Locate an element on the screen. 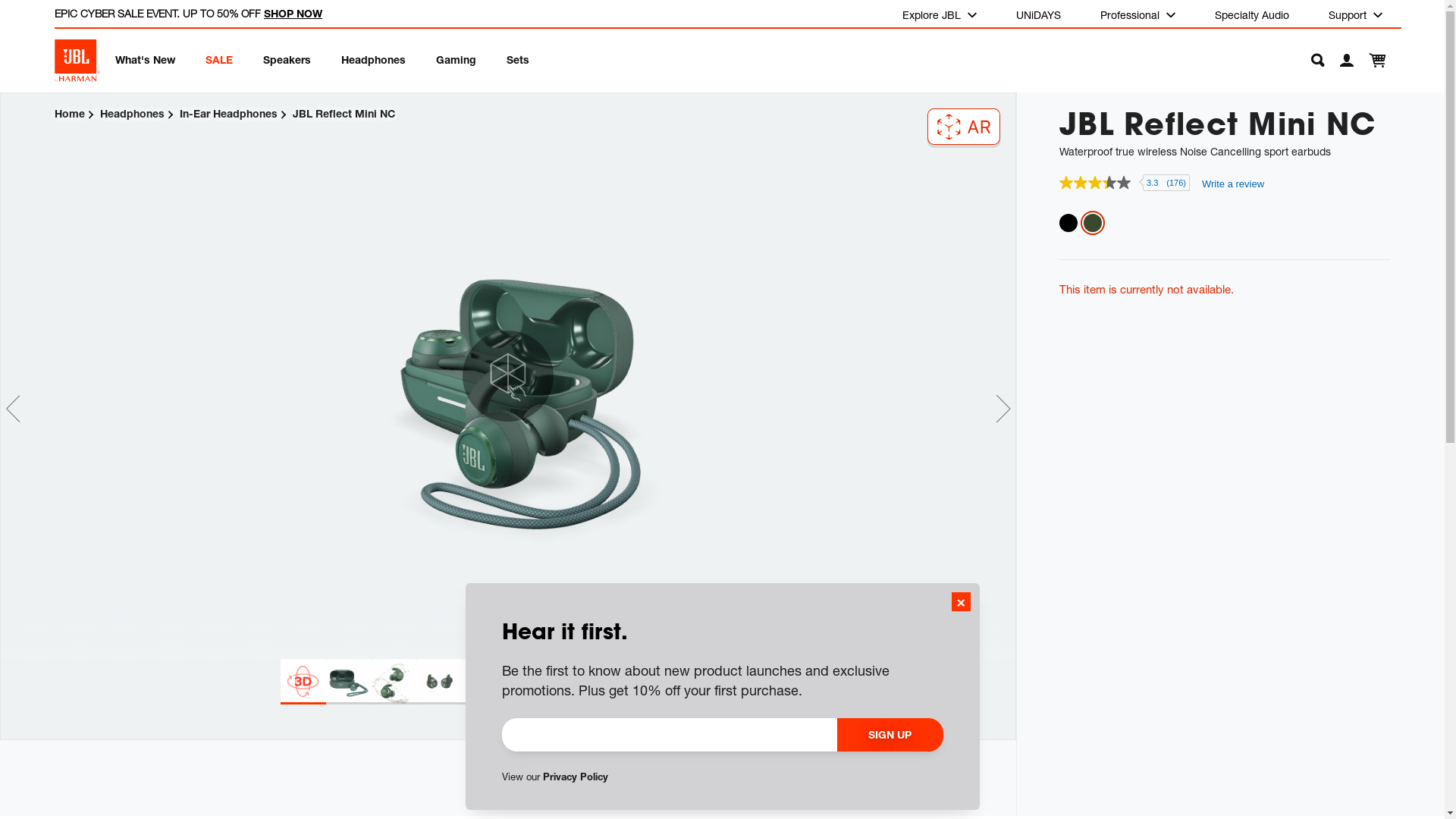 The height and width of the screenshot is (819, 1456). 'UNiDAYS' is located at coordinates (1037, 14).